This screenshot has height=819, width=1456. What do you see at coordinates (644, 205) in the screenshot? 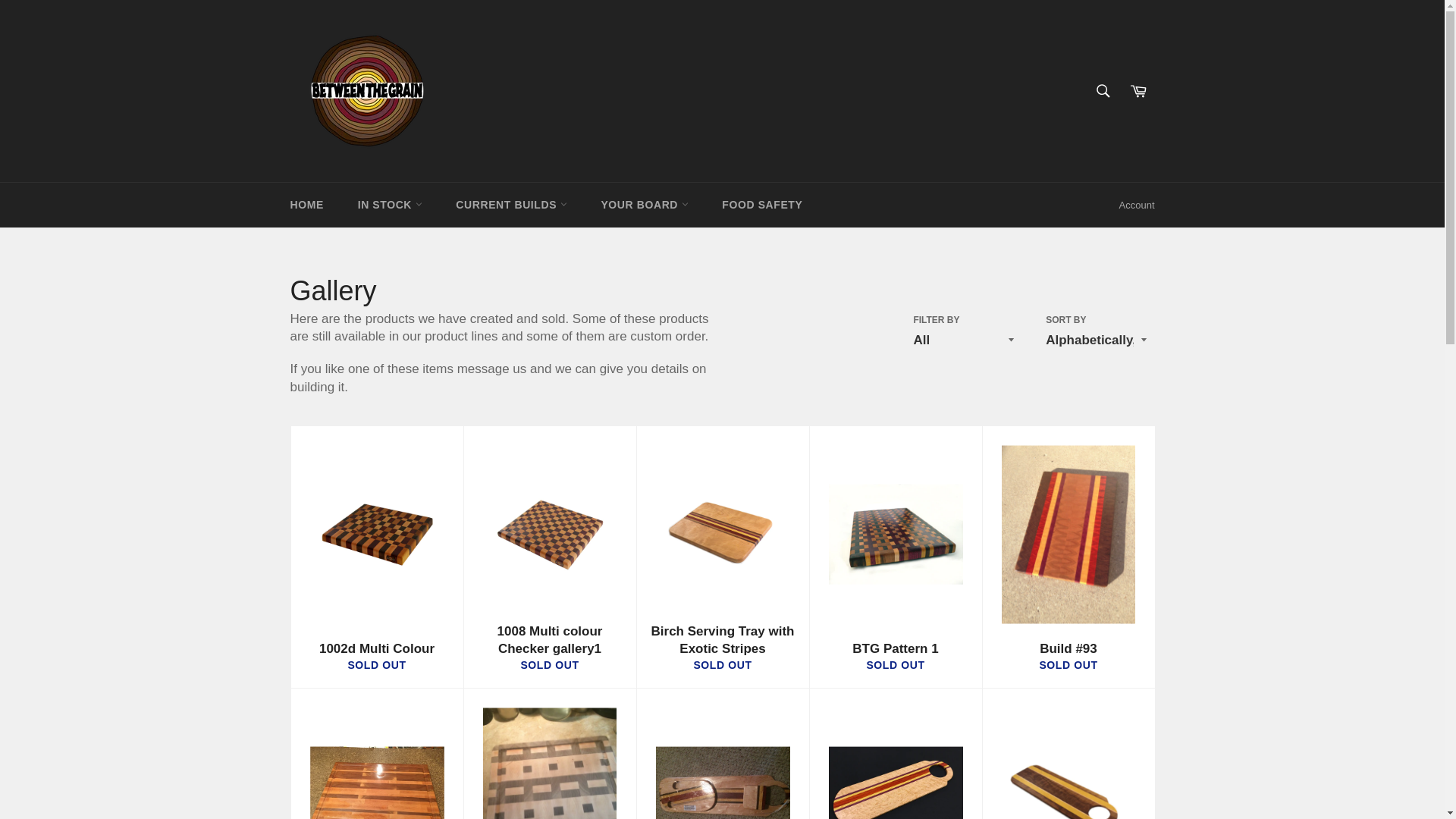
I see `'YOUR BOARD'` at bounding box center [644, 205].